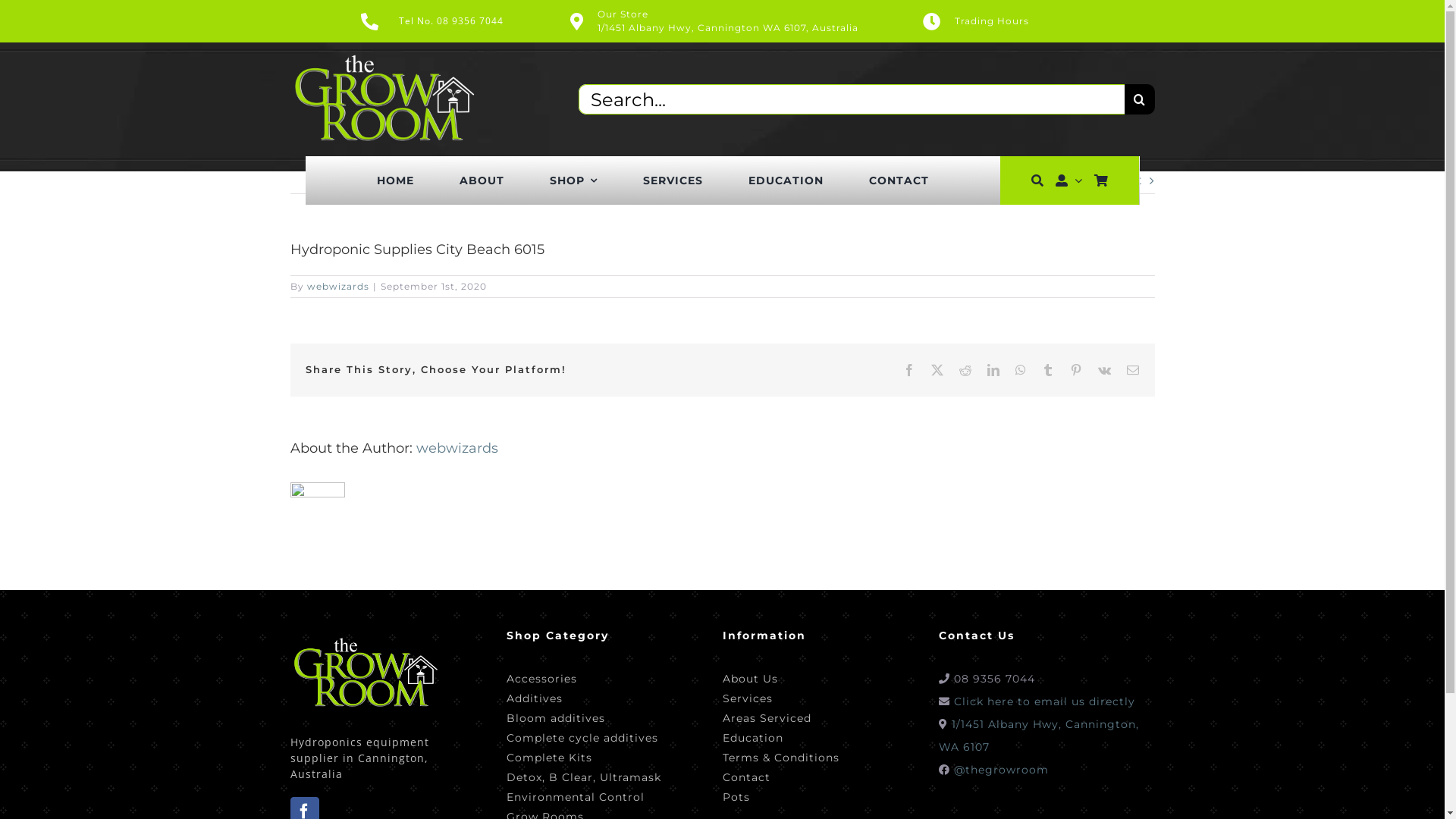 This screenshot has height=819, width=1456. Describe the element at coordinates (582, 717) in the screenshot. I see `'Bloom additives'` at that location.